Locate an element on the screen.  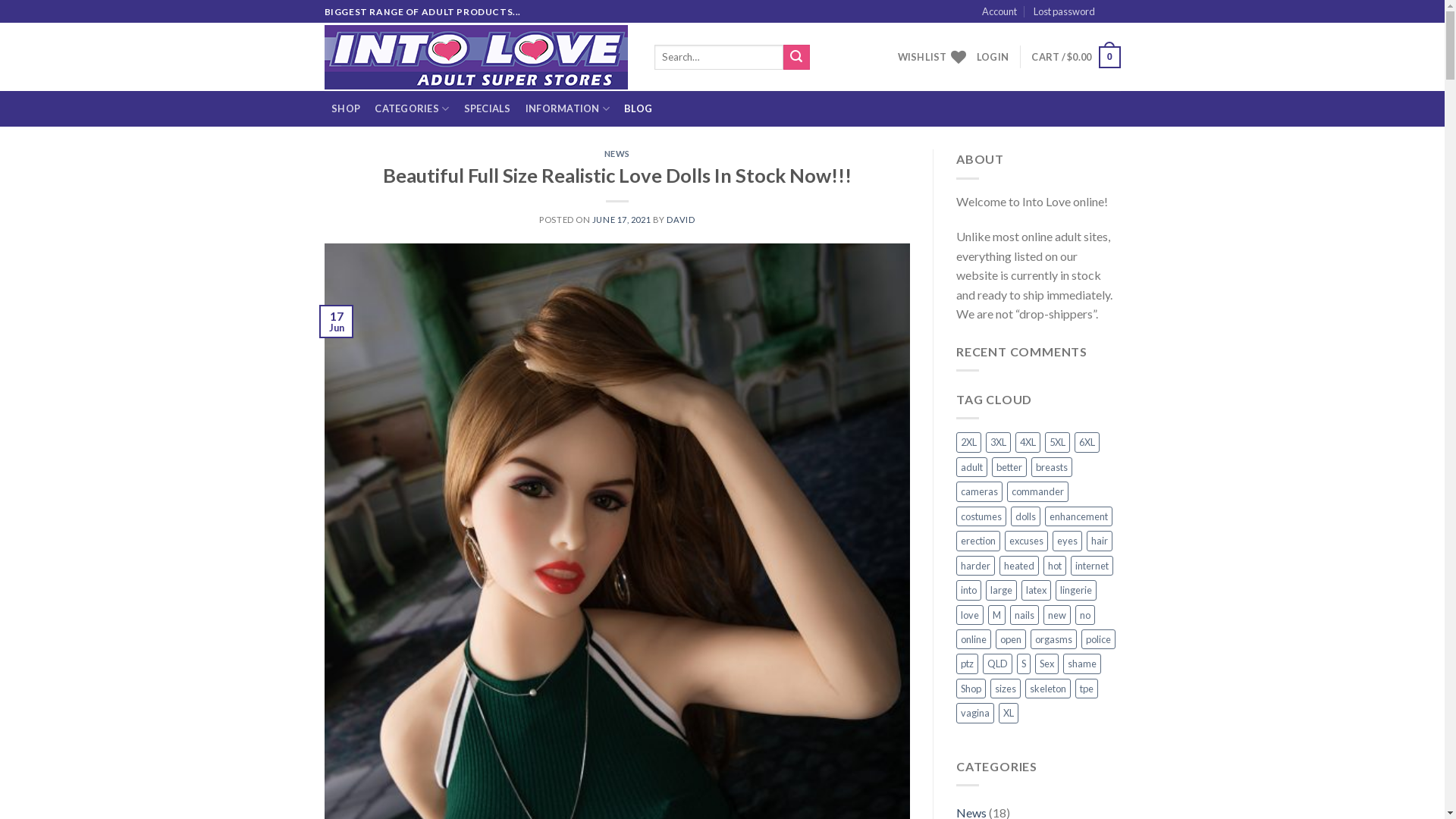
'DAVID' is located at coordinates (679, 219).